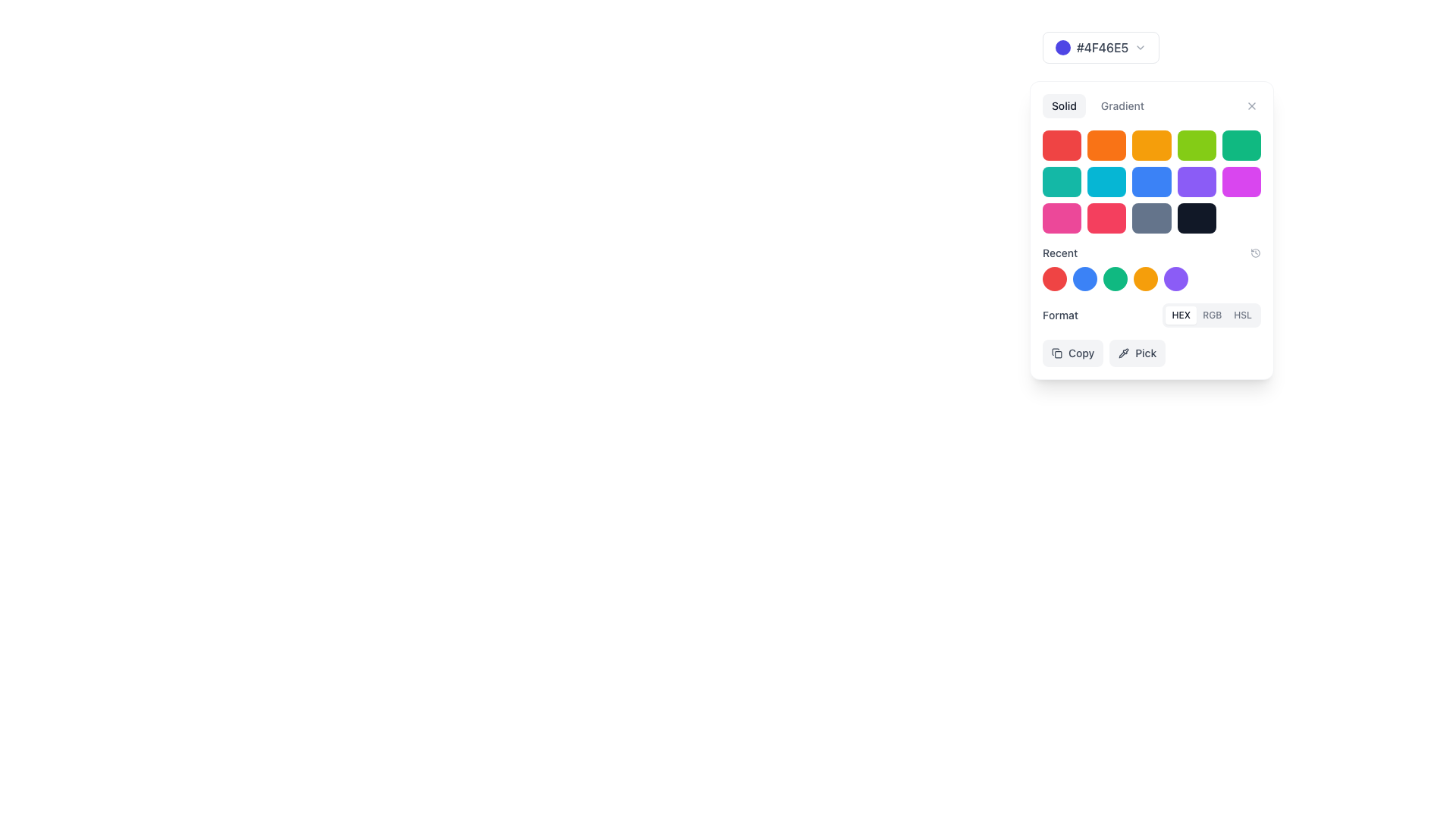 This screenshot has height=819, width=1456. Describe the element at coordinates (1061, 146) in the screenshot. I see `the first button in the top-left corner of the grid layout` at that location.